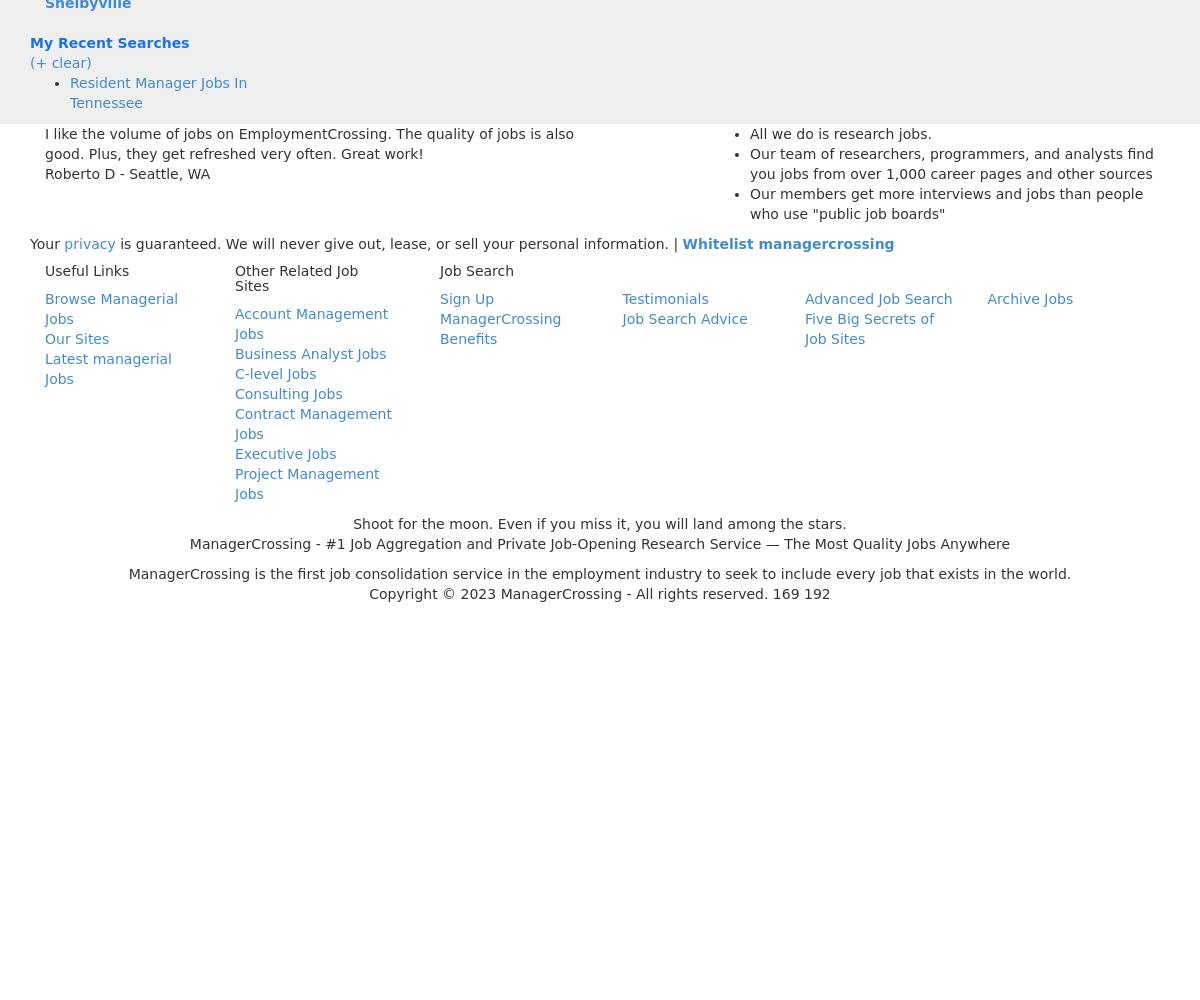  What do you see at coordinates (750, 202) in the screenshot?
I see `'Our members get more interviews and jobs than people who use "public job boards"'` at bounding box center [750, 202].